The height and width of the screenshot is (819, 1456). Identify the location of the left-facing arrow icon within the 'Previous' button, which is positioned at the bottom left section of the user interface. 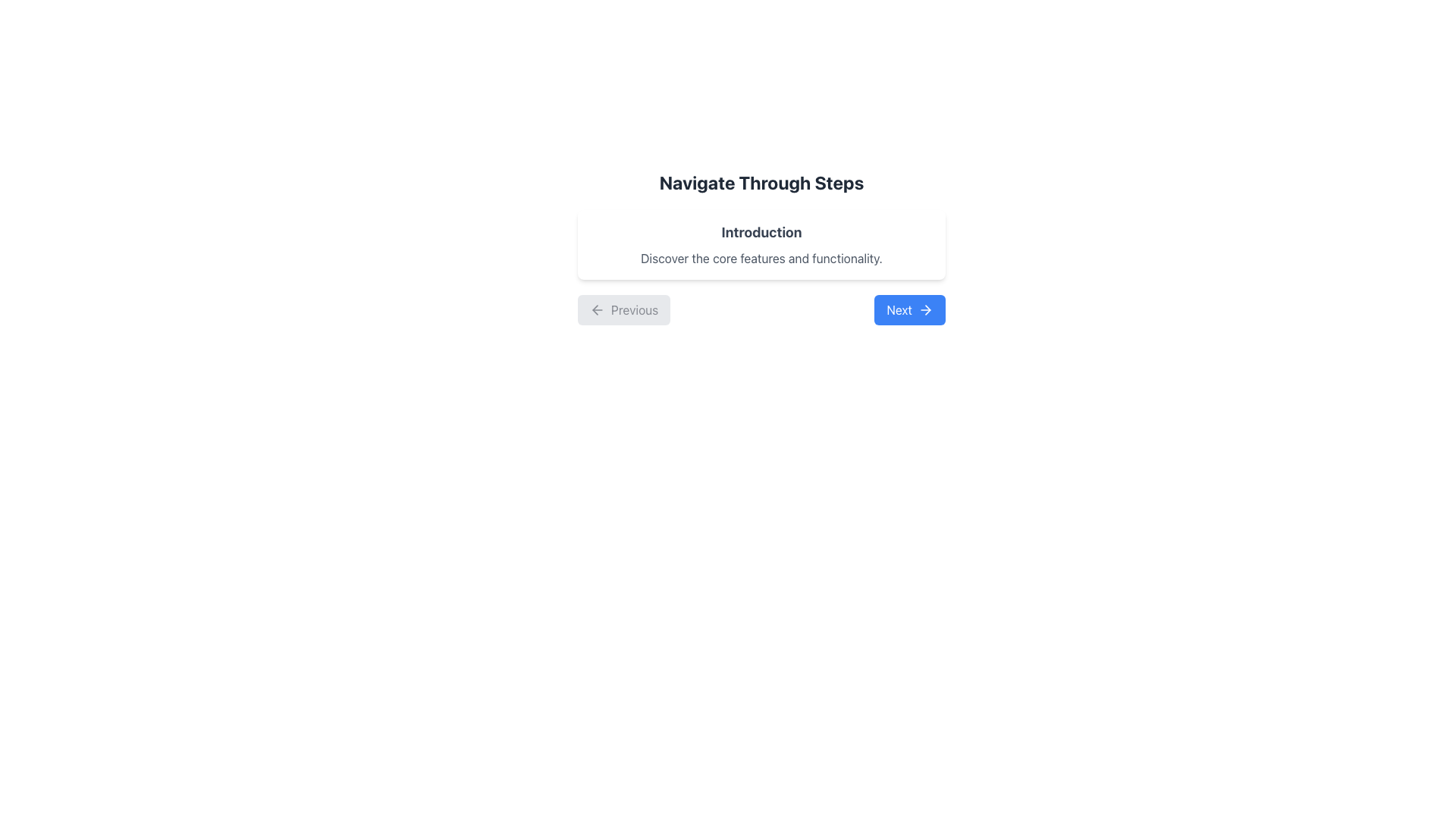
(596, 309).